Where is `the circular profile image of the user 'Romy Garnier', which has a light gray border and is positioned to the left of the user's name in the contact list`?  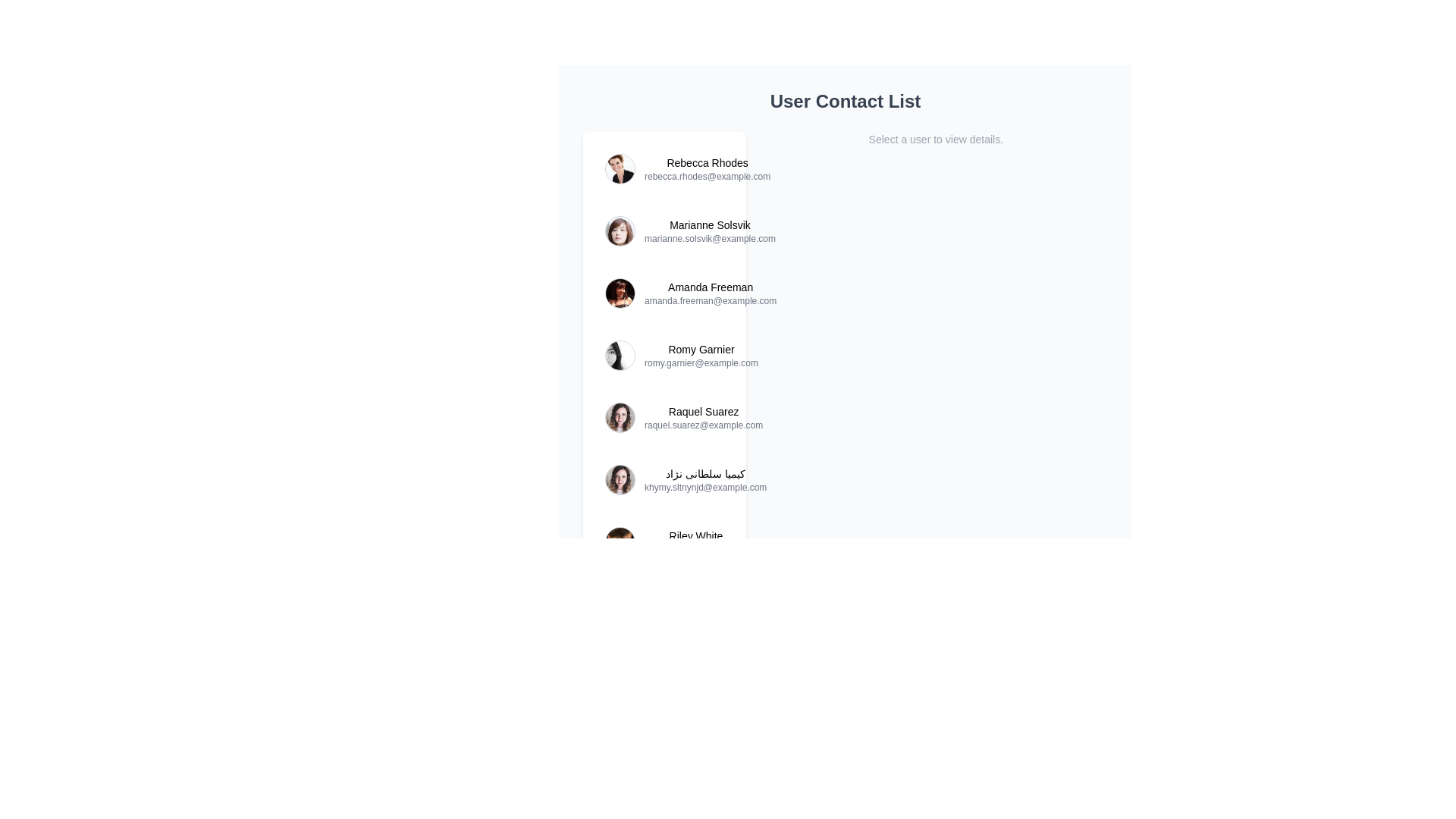 the circular profile image of the user 'Romy Garnier', which has a light gray border and is positioned to the left of the user's name in the contact list is located at coordinates (620, 356).